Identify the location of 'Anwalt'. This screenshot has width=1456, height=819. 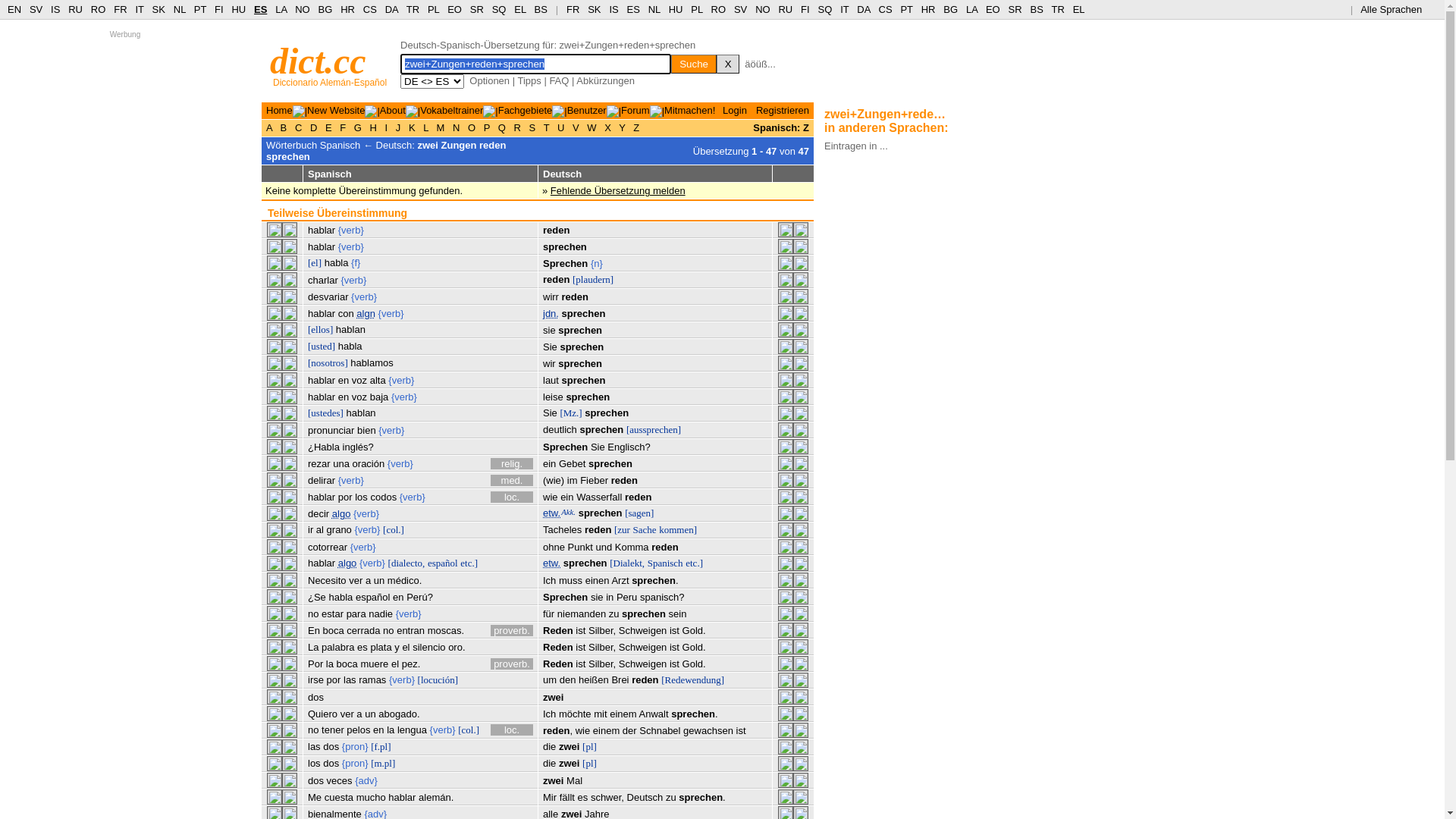
(654, 714).